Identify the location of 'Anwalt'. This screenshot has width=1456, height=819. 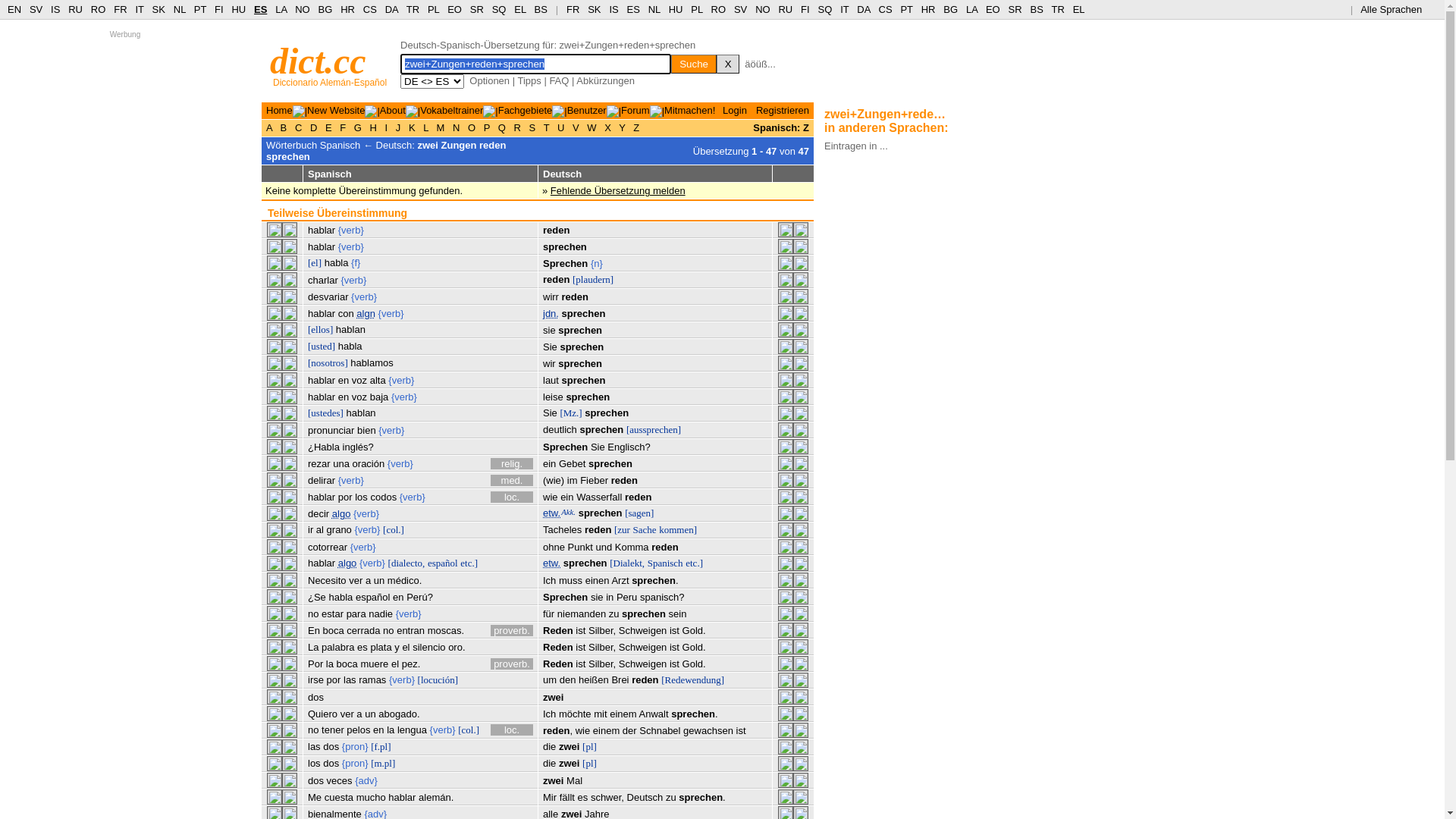
(654, 714).